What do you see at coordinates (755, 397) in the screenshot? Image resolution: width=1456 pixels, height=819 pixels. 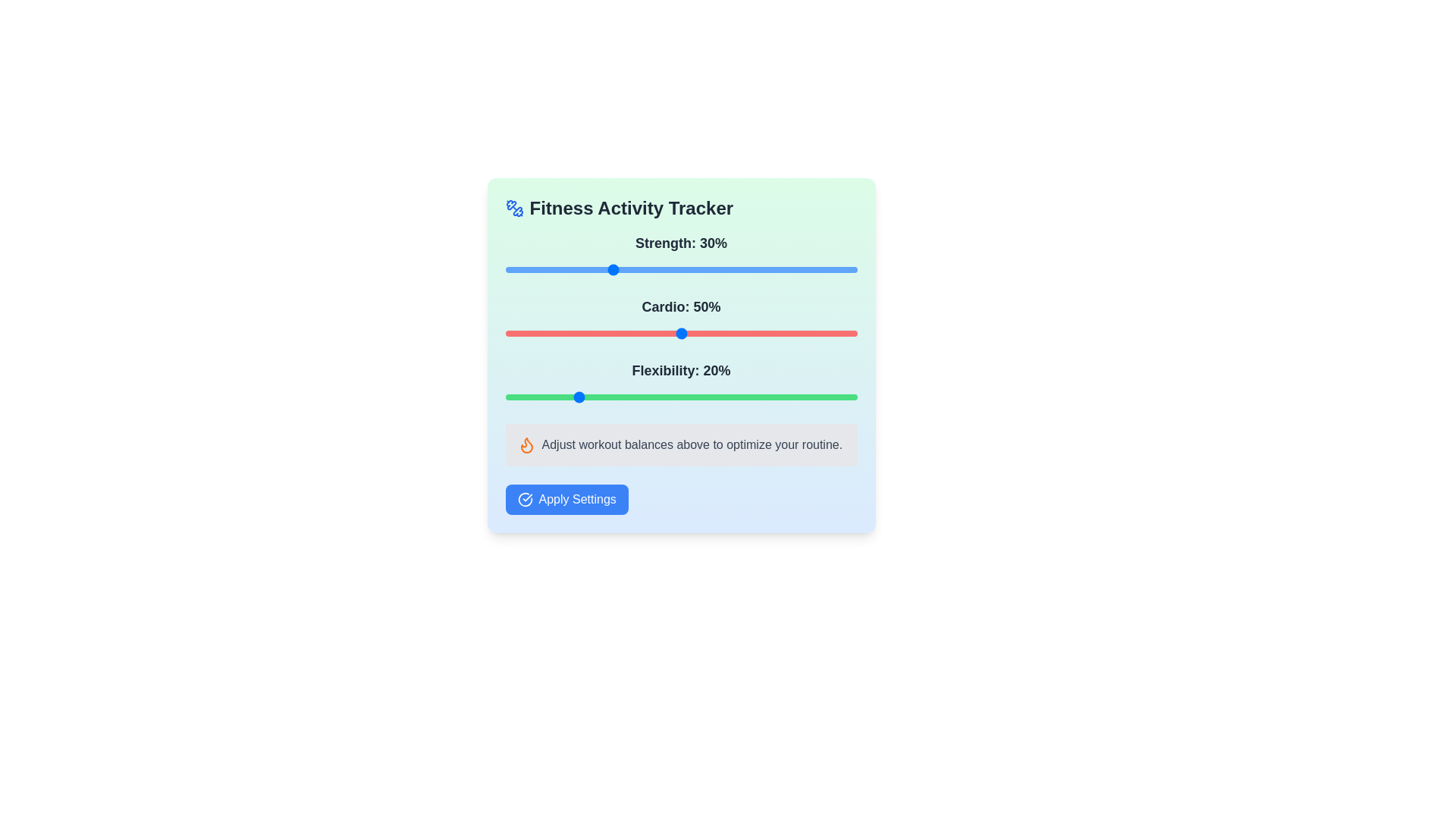 I see `the flexibility level` at bounding box center [755, 397].